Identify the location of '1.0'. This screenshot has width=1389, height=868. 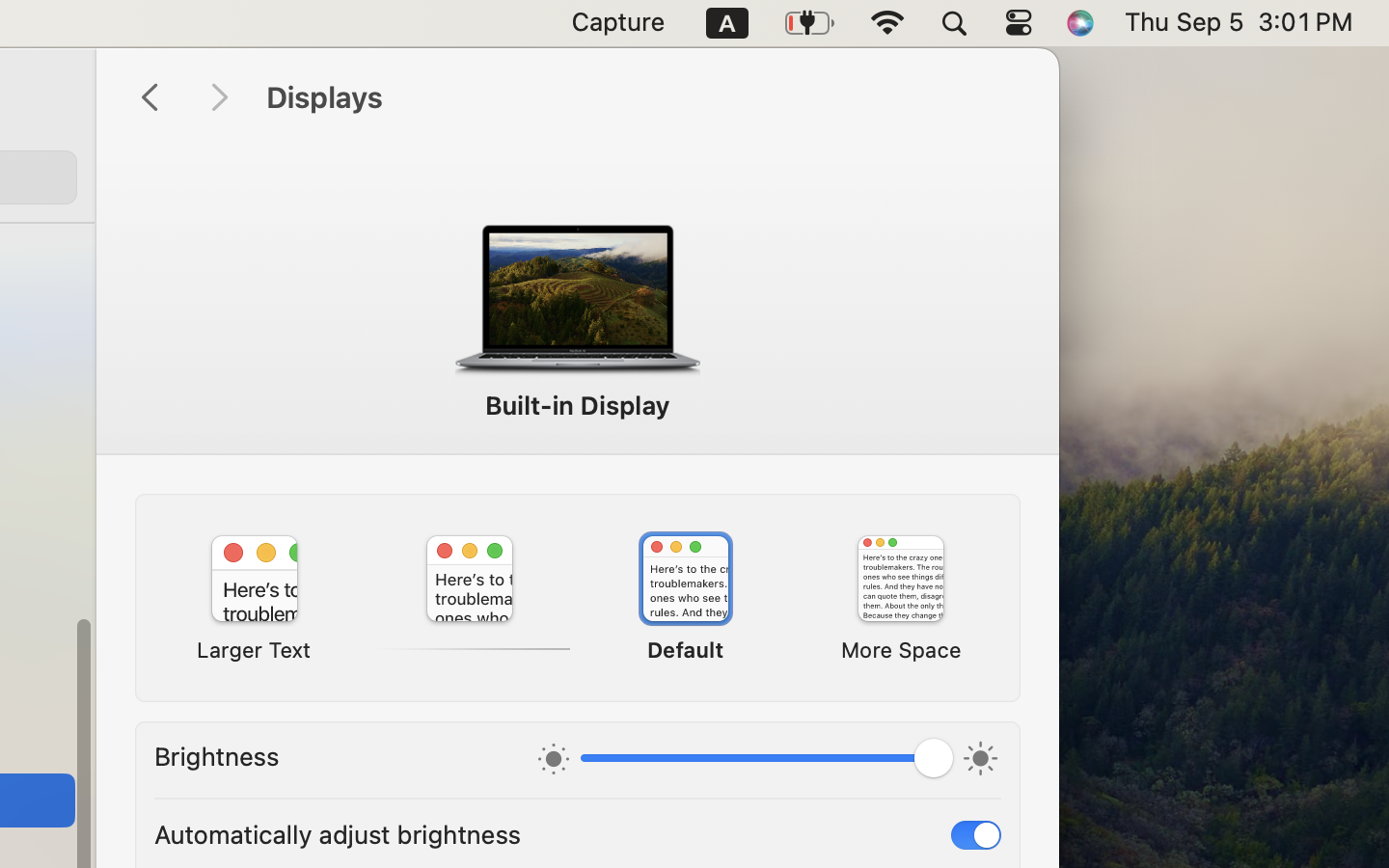
(767, 762).